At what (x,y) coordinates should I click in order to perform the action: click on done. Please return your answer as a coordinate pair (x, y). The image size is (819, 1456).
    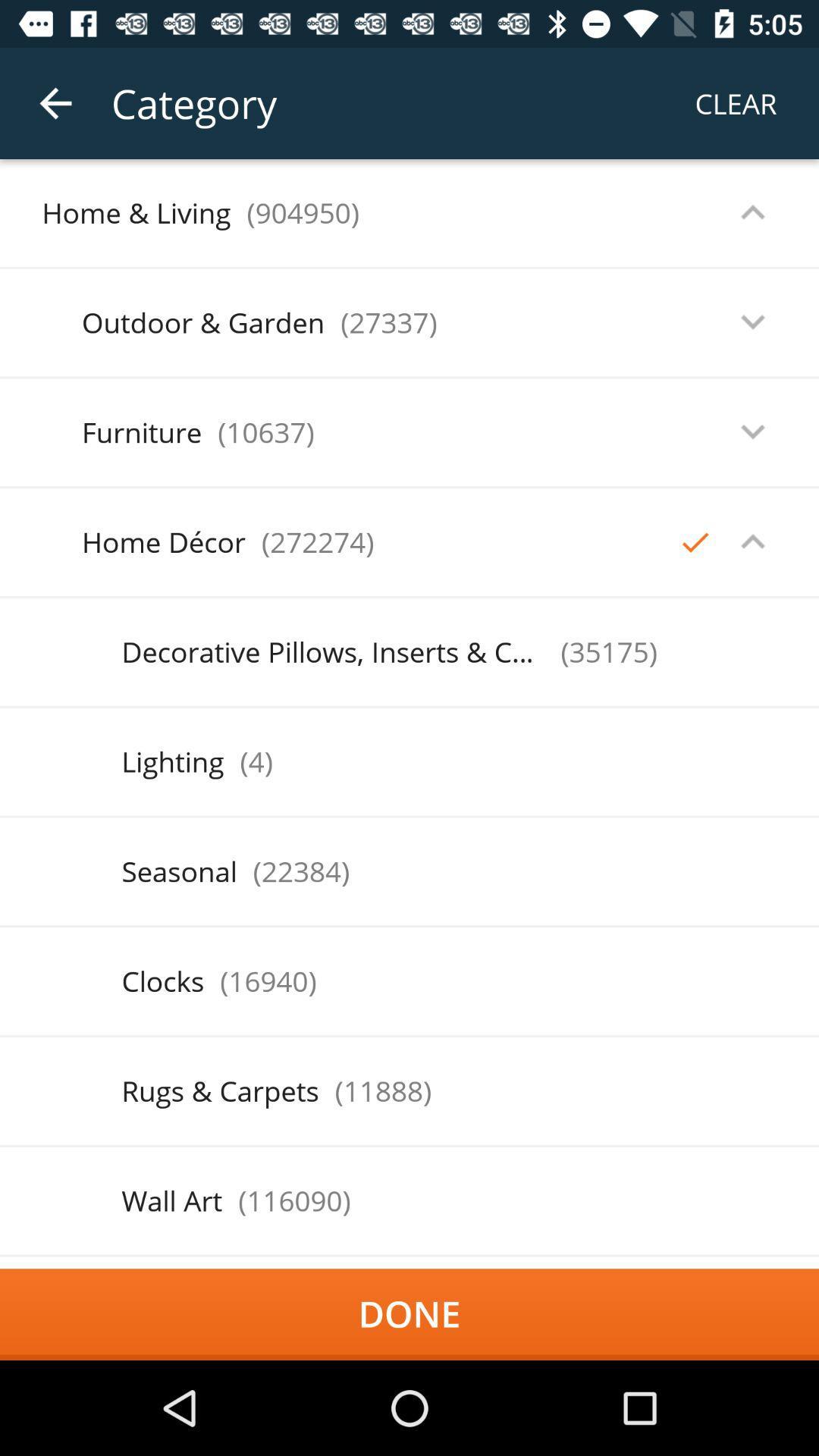
    Looking at the image, I should click on (409, 1313).